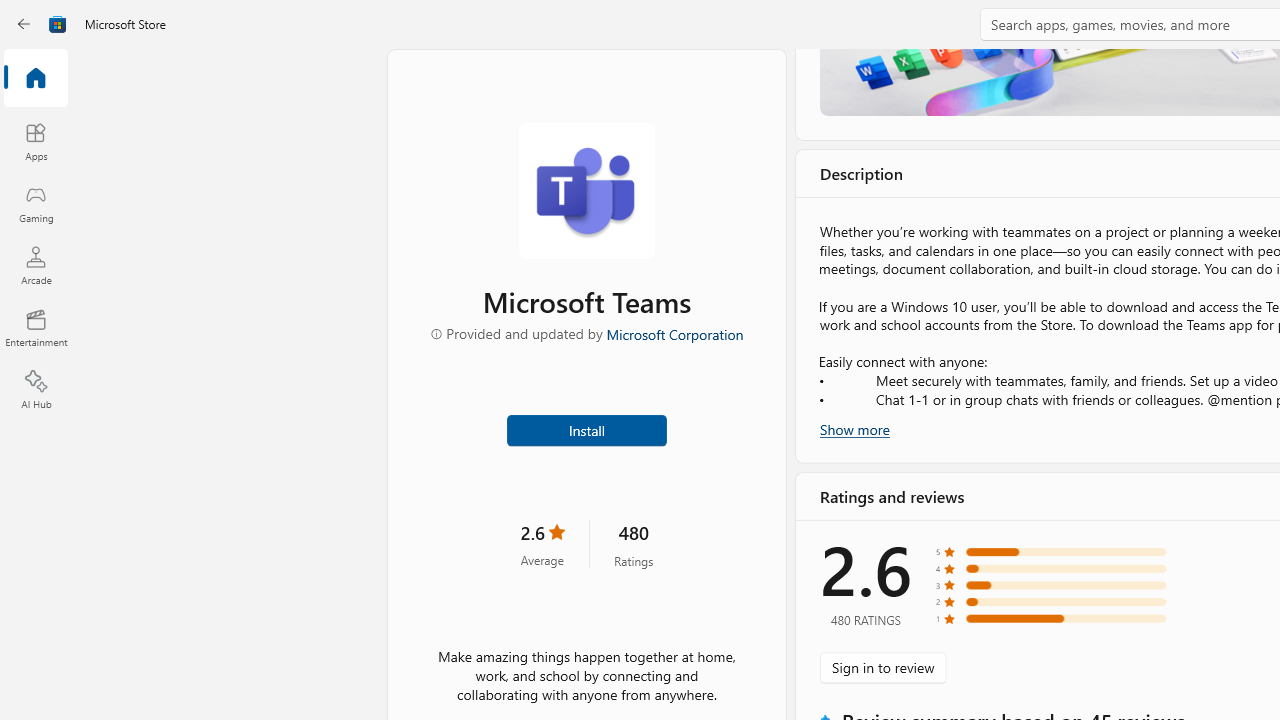 The height and width of the screenshot is (720, 1280). I want to click on 'AI Hub', so click(35, 390).